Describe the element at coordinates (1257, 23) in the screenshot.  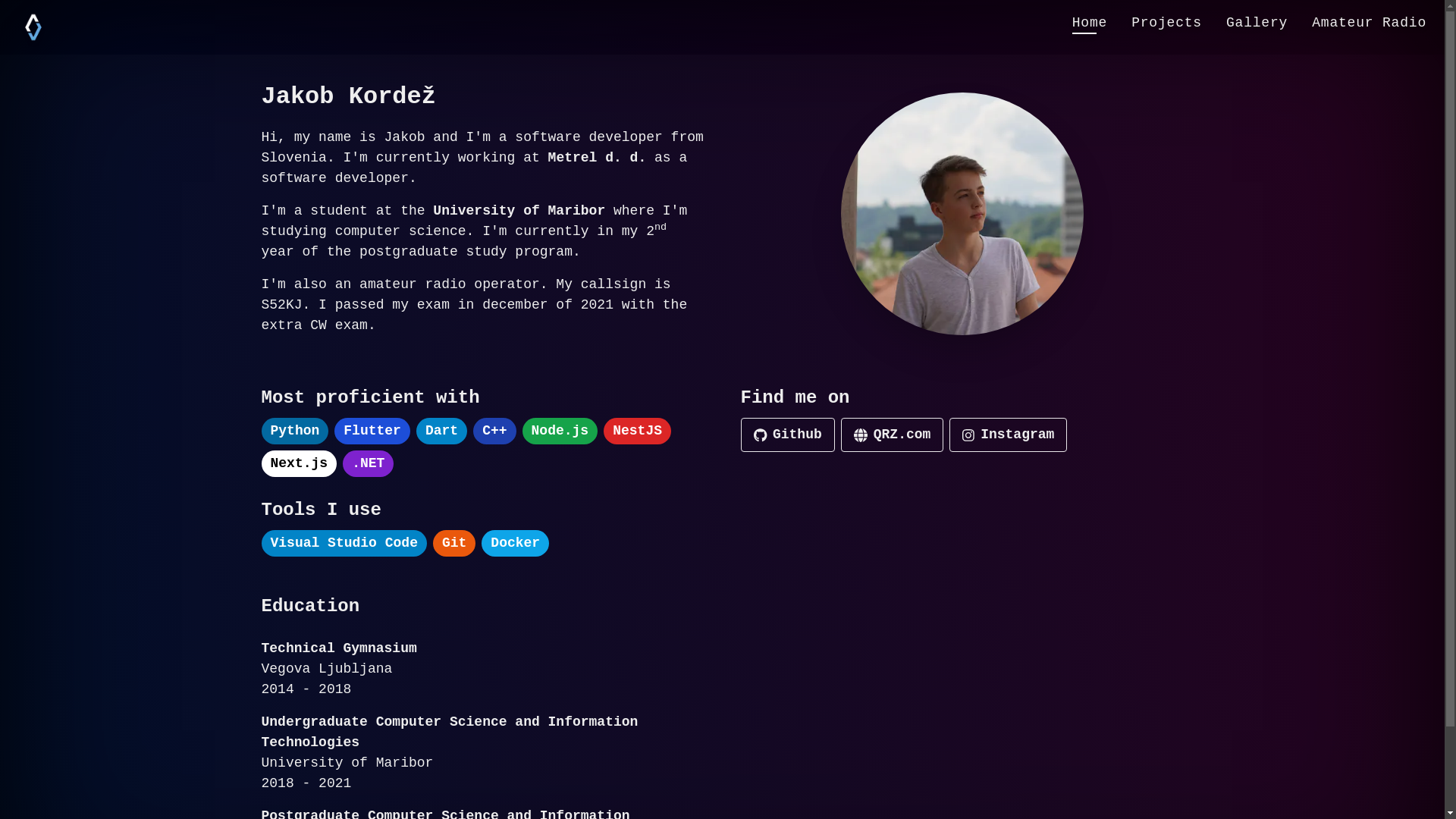
I see `'Gallery'` at that location.